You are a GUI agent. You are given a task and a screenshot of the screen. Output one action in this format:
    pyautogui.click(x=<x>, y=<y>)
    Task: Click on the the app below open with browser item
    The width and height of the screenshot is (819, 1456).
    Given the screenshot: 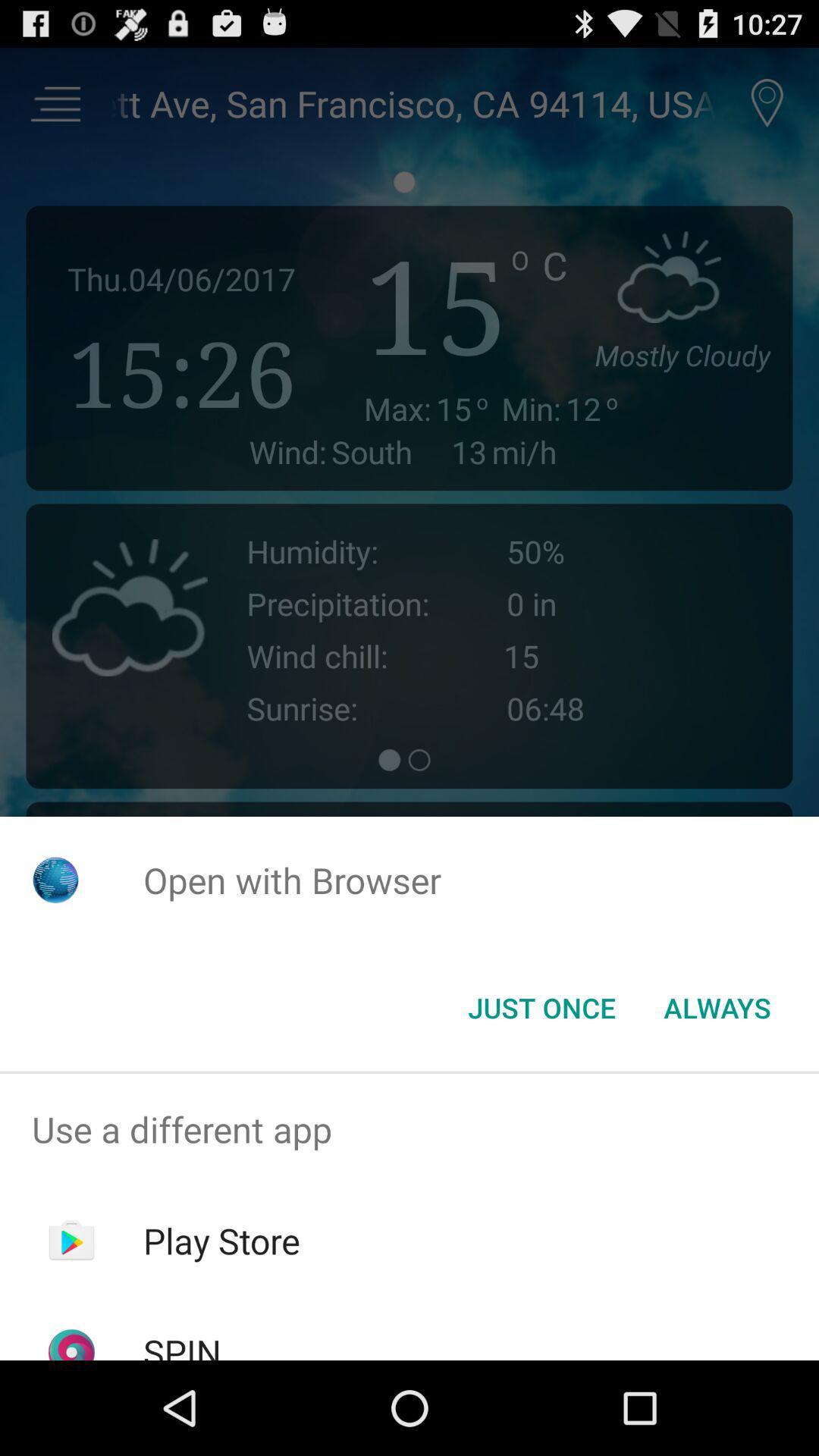 What is the action you would take?
    pyautogui.click(x=541, y=1008)
    